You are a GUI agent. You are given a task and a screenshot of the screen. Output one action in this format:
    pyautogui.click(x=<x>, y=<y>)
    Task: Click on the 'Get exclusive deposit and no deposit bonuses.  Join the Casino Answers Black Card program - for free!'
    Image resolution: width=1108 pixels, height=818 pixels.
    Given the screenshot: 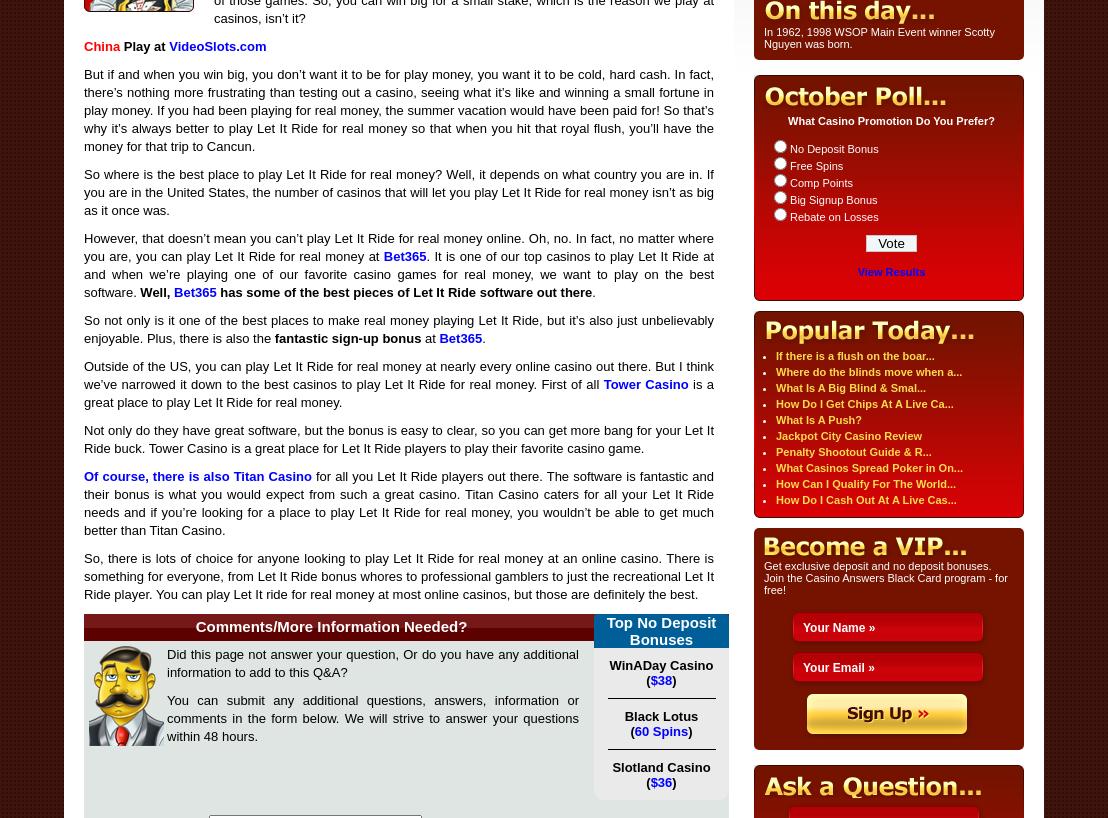 What is the action you would take?
    pyautogui.click(x=763, y=576)
    